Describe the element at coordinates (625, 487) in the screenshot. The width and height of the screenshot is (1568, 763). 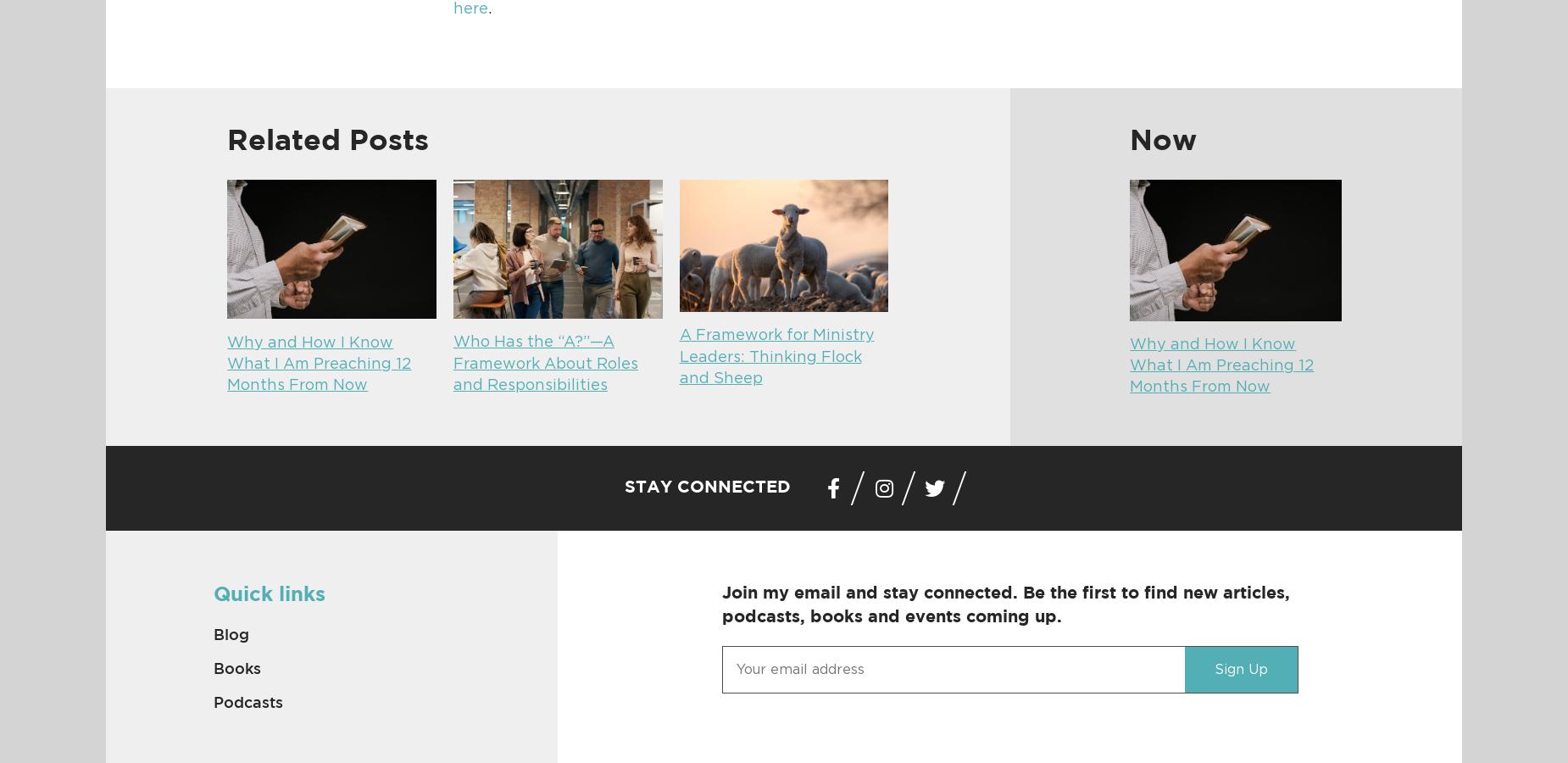
I see `'STAY CONNECTED'` at that location.